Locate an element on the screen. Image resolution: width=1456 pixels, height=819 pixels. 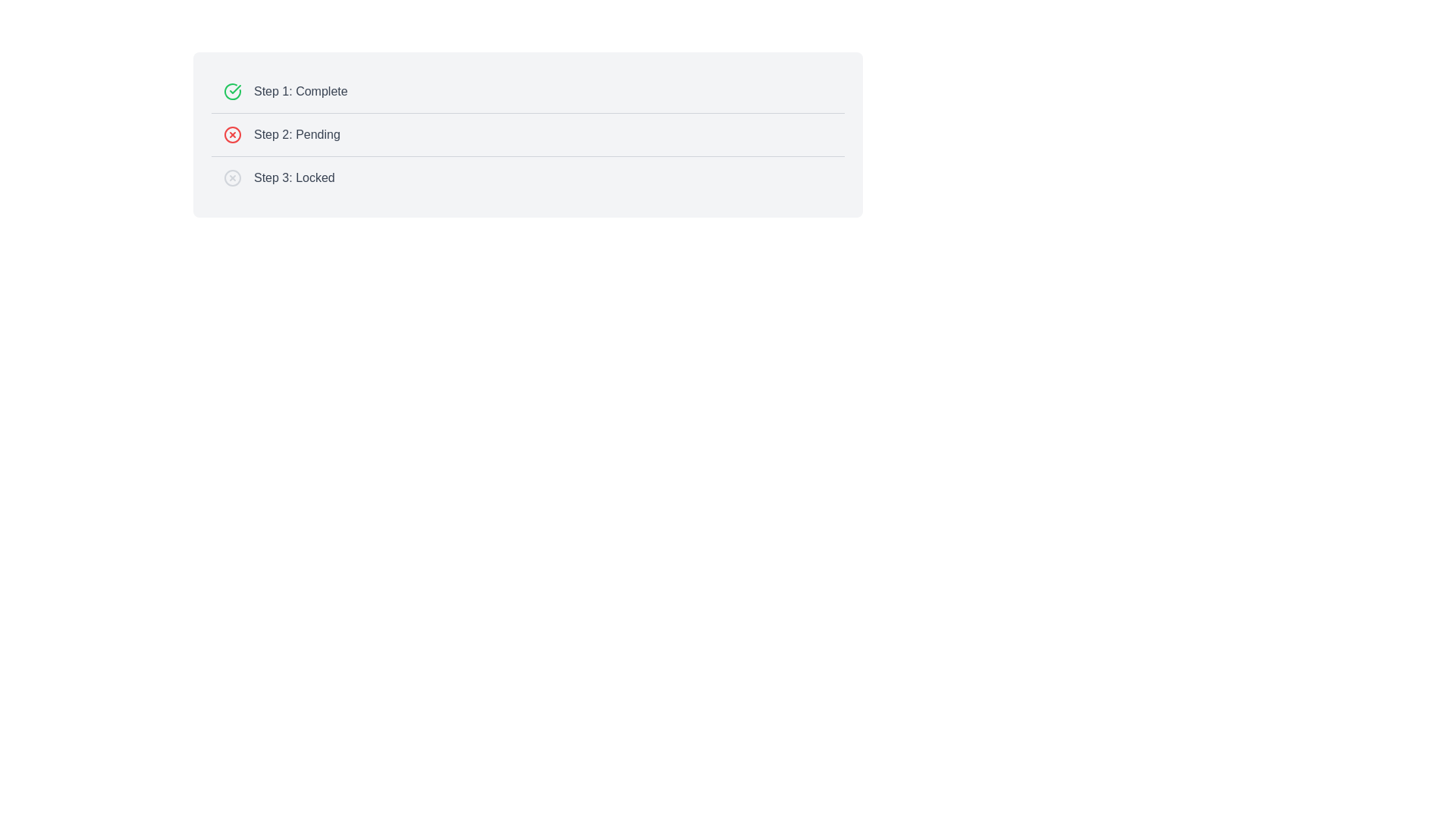
the SVG circle representing the outer boundary of the 'Pending' status icon in the step-by-step process visualization is located at coordinates (232, 133).